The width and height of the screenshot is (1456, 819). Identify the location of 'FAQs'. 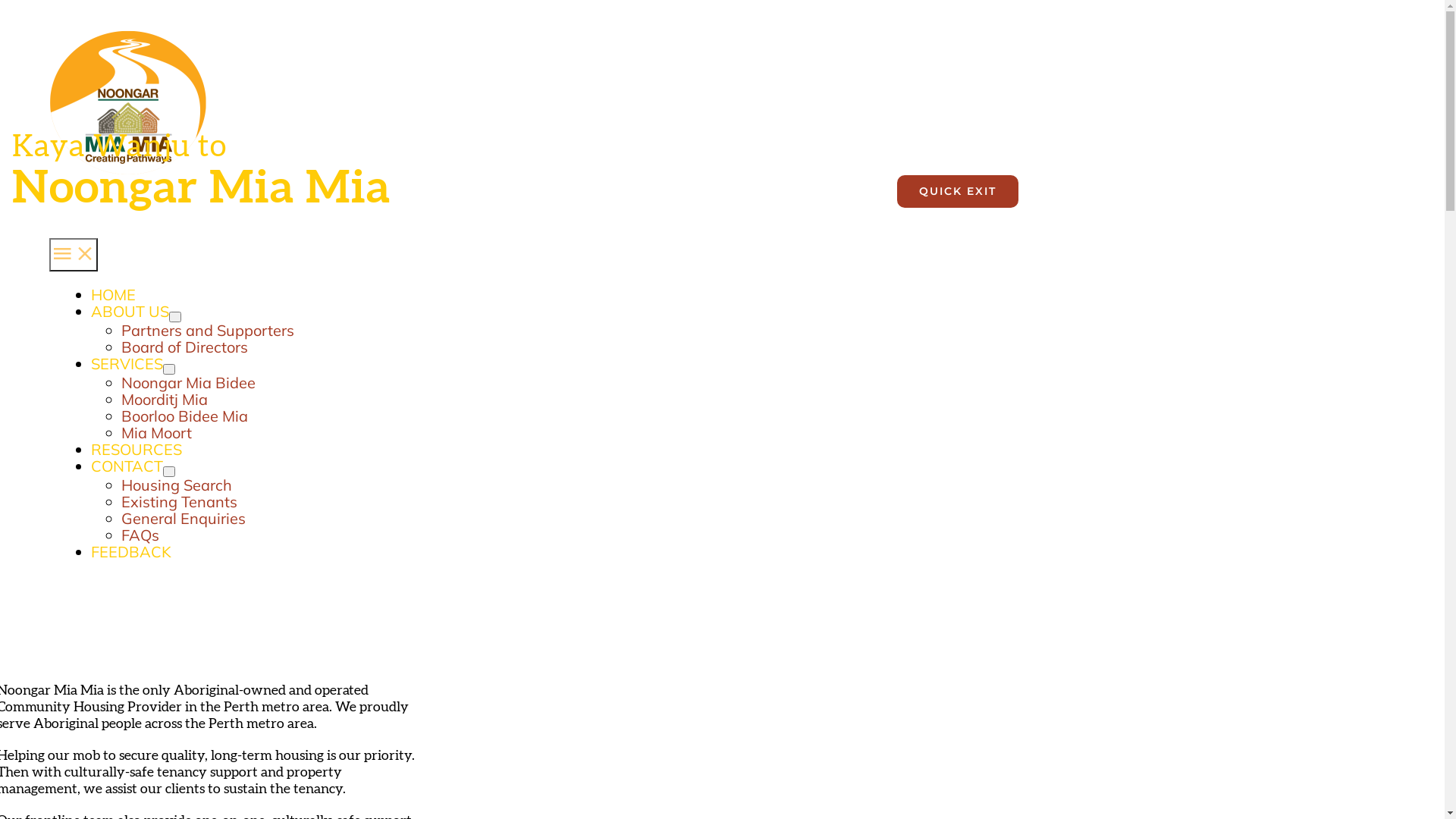
(140, 534).